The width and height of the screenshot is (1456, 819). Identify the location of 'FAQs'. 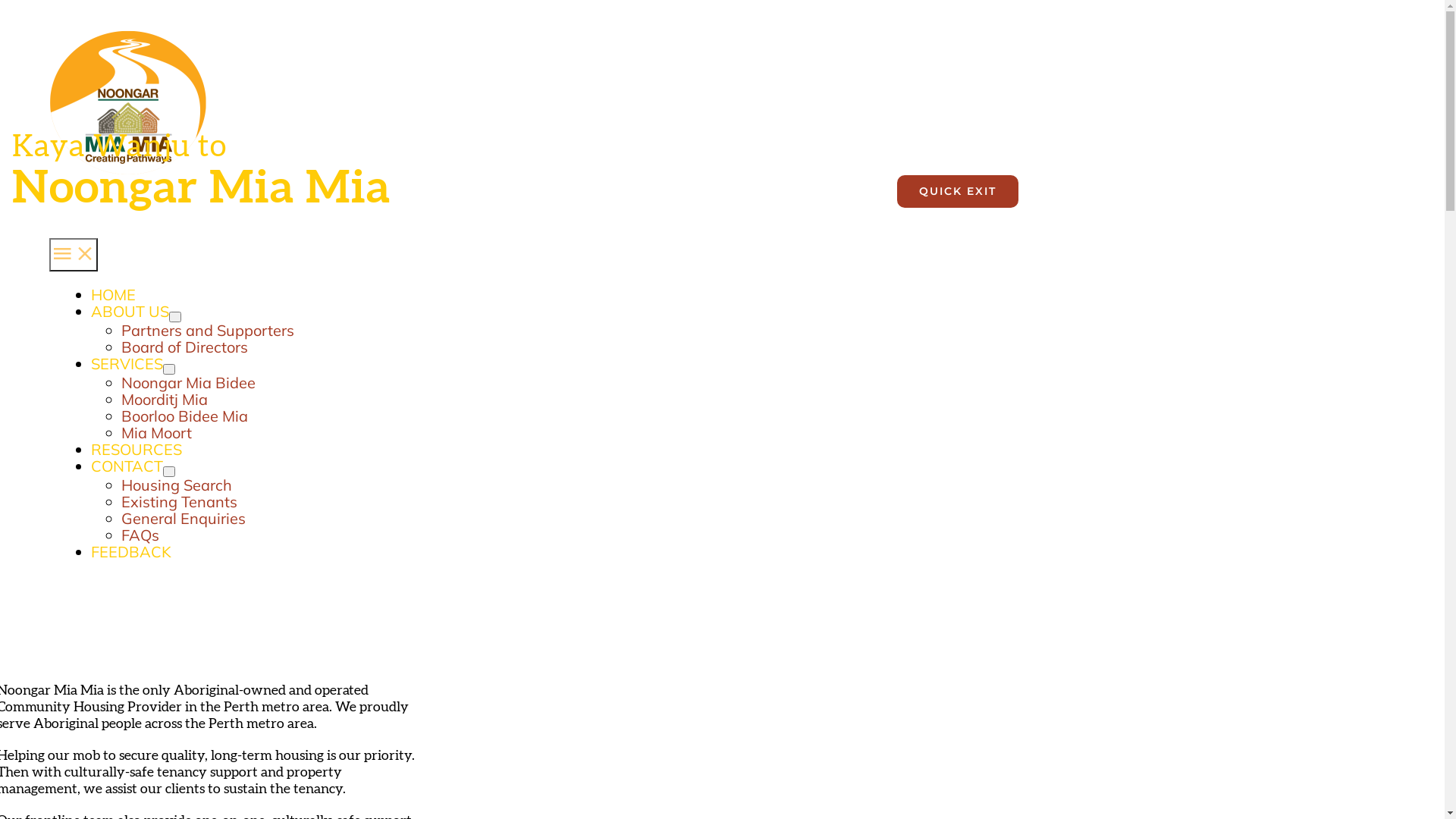
(140, 534).